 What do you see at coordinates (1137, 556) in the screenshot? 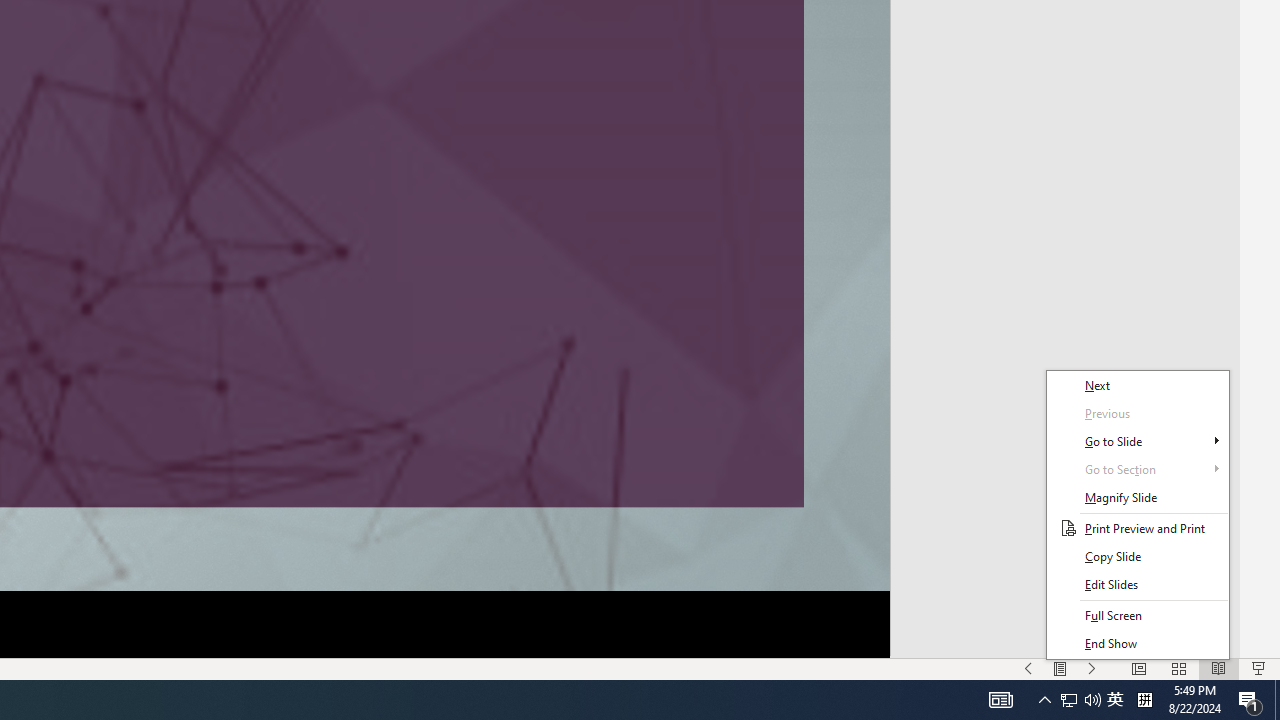
I see `'Copy Slide'` at bounding box center [1137, 556].